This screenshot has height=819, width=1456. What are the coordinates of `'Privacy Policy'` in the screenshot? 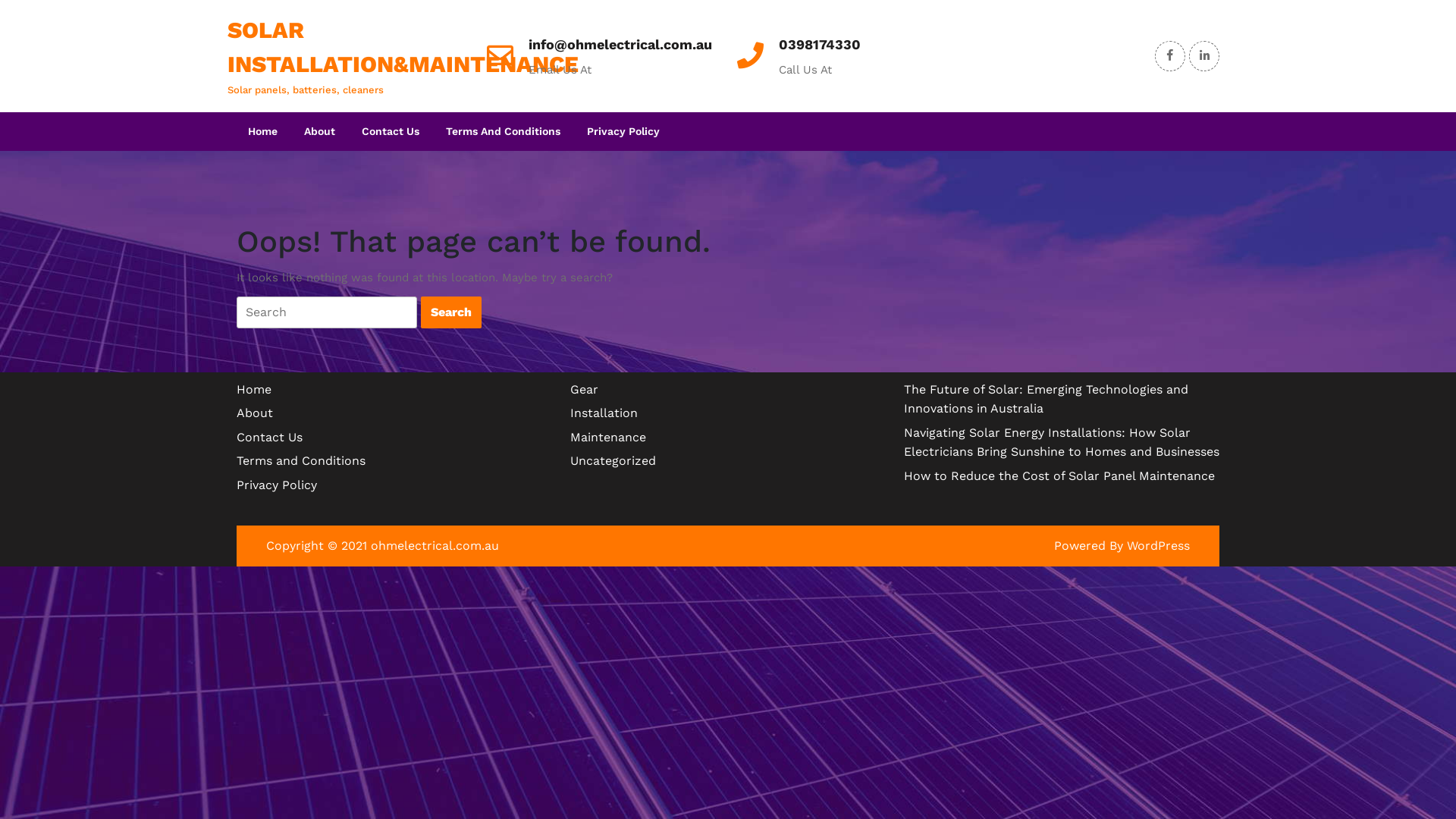 It's located at (276, 485).